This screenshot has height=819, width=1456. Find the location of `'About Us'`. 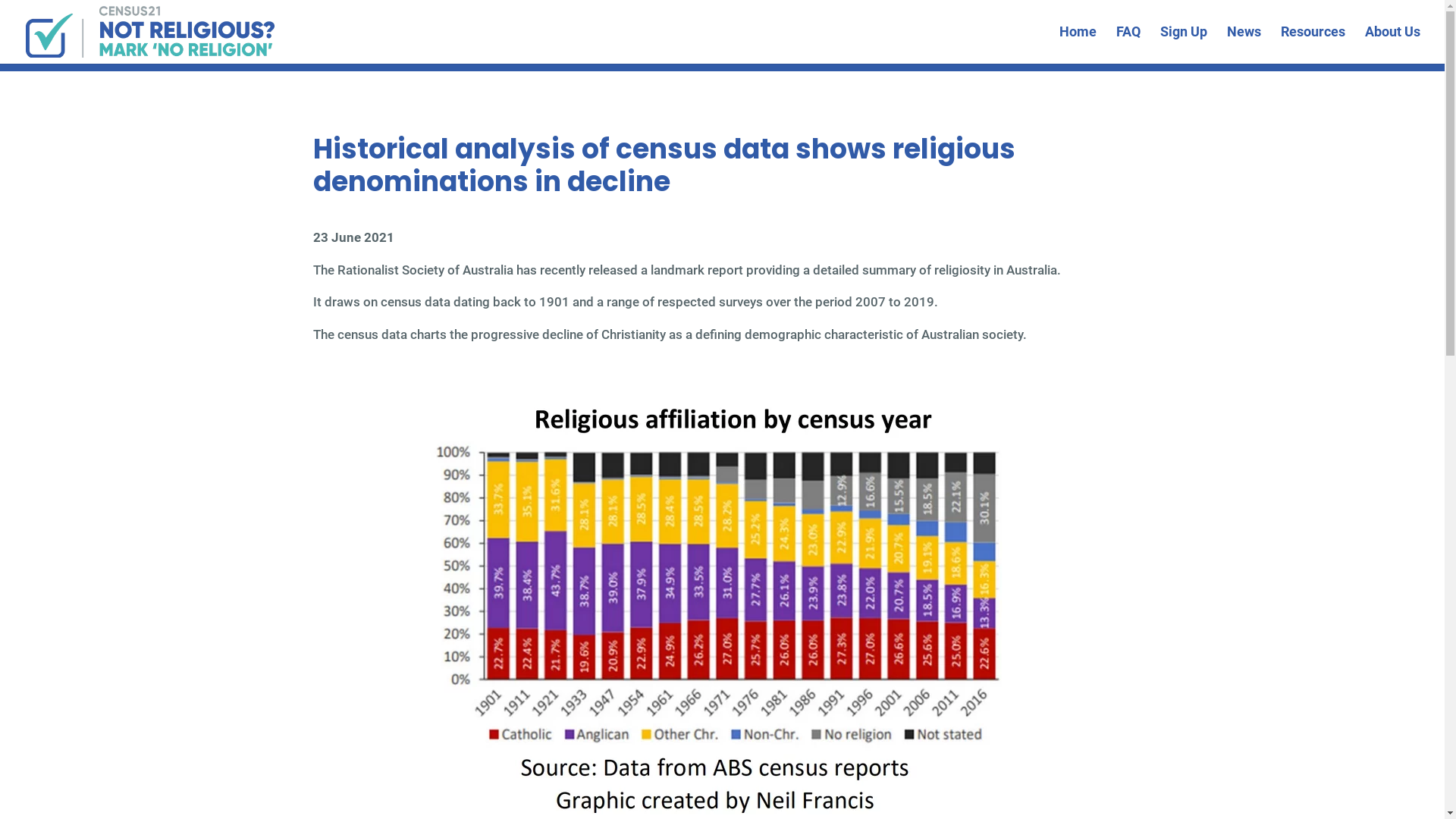

'About Us' is located at coordinates (1392, 44).